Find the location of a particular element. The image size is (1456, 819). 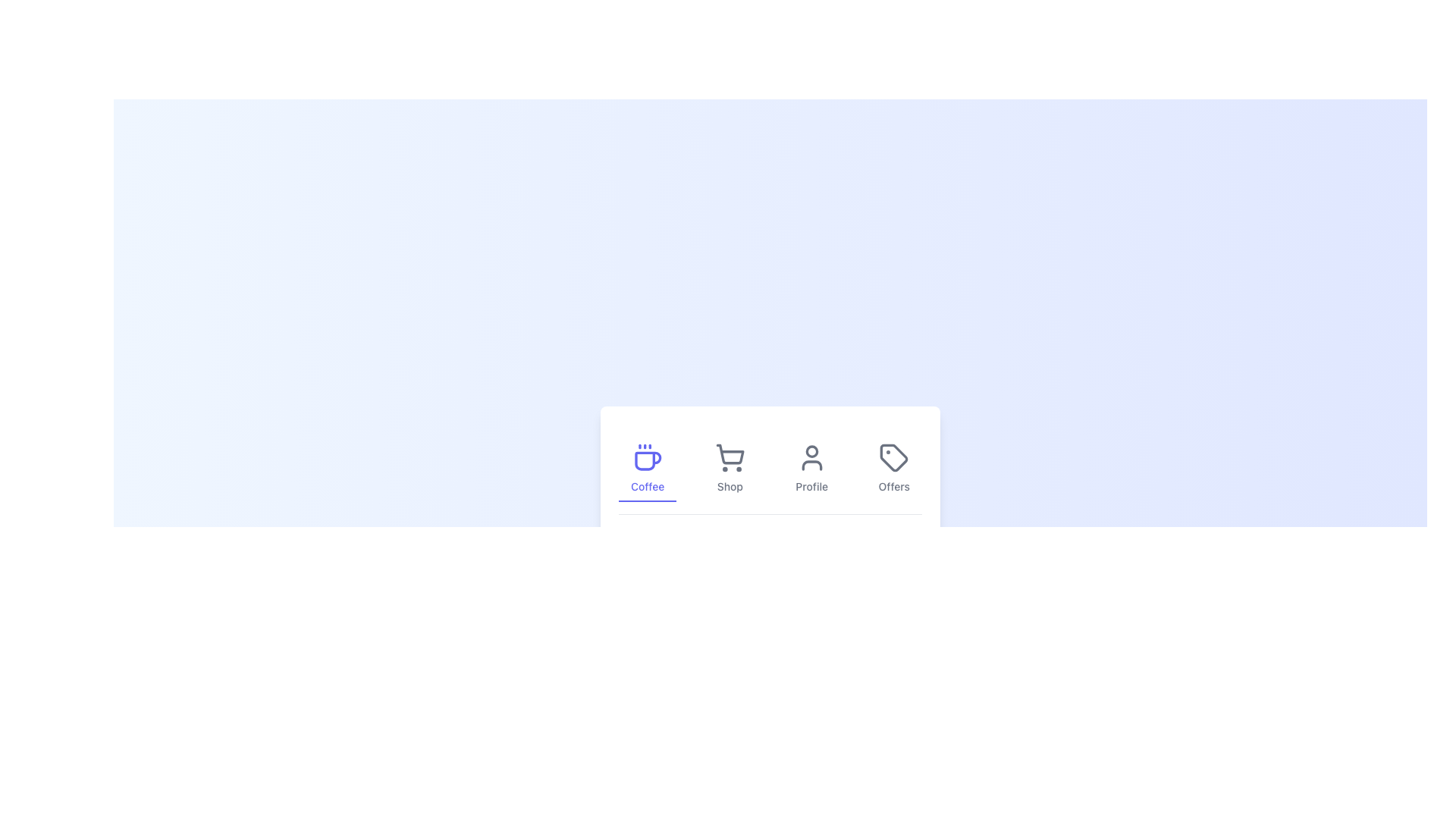

the third button in the navigation bar is located at coordinates (811, 468).